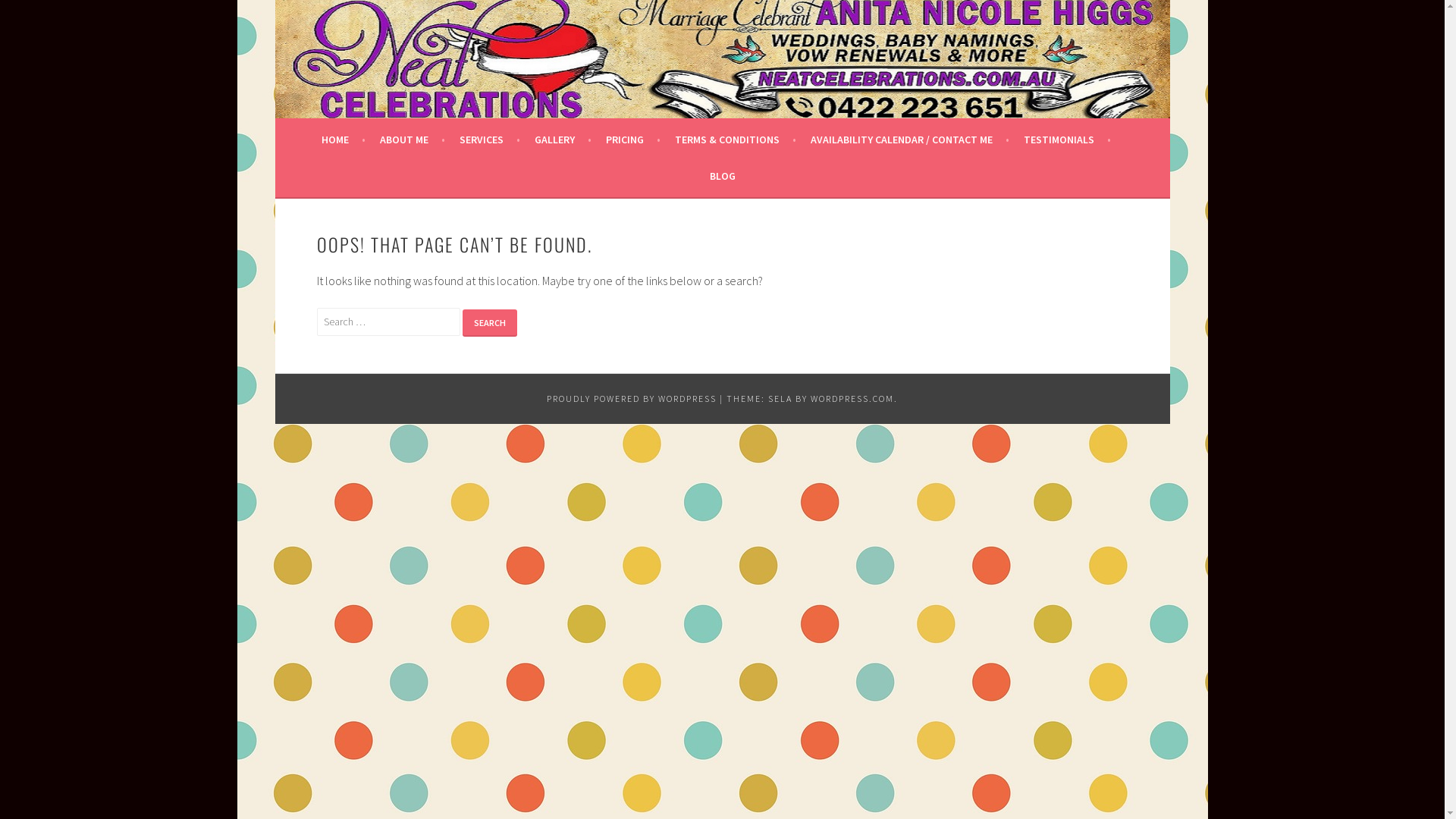 This screenshot has height=819, width=1456. What do you see at coordinates (342, 140) in the screenshot?
I see `'HOME'` at bounding box center [342, 140].